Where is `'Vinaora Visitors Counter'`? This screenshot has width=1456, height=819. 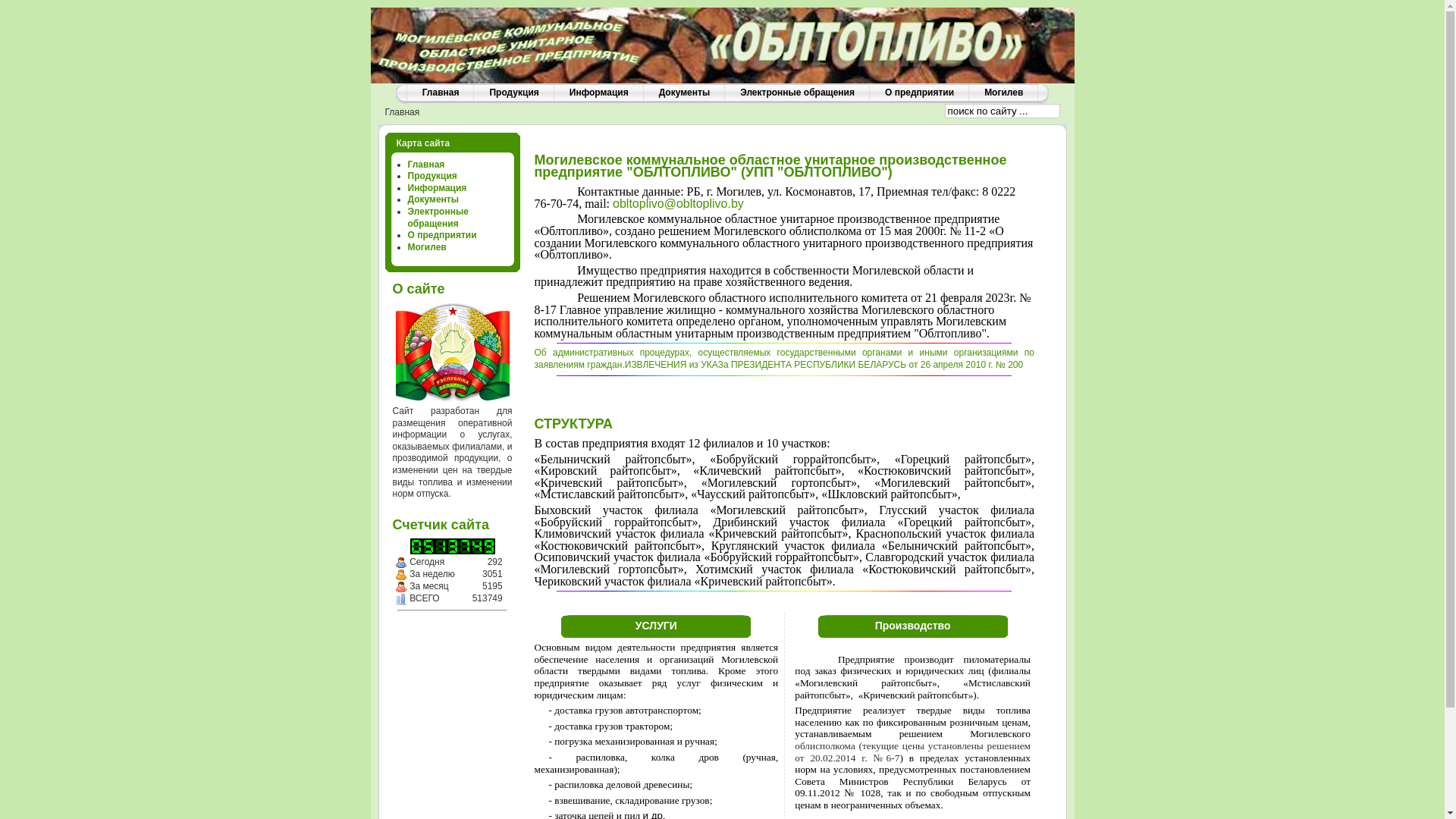 'Vinaora Visitors Counter' is located at coordinates (439, 546).